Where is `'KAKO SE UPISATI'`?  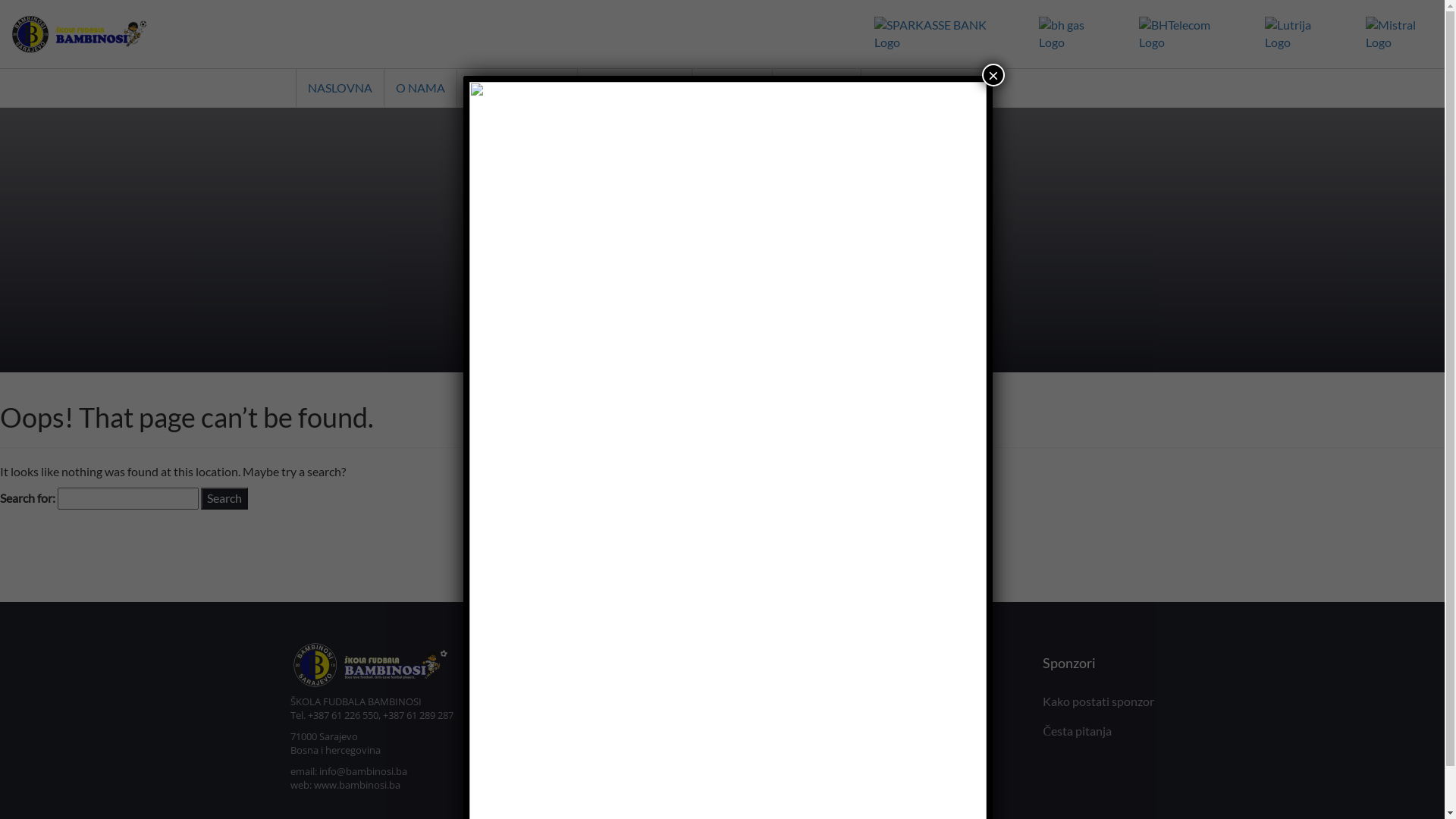 'KAKO SE UPISATI' is located at coordinates (457, 87).